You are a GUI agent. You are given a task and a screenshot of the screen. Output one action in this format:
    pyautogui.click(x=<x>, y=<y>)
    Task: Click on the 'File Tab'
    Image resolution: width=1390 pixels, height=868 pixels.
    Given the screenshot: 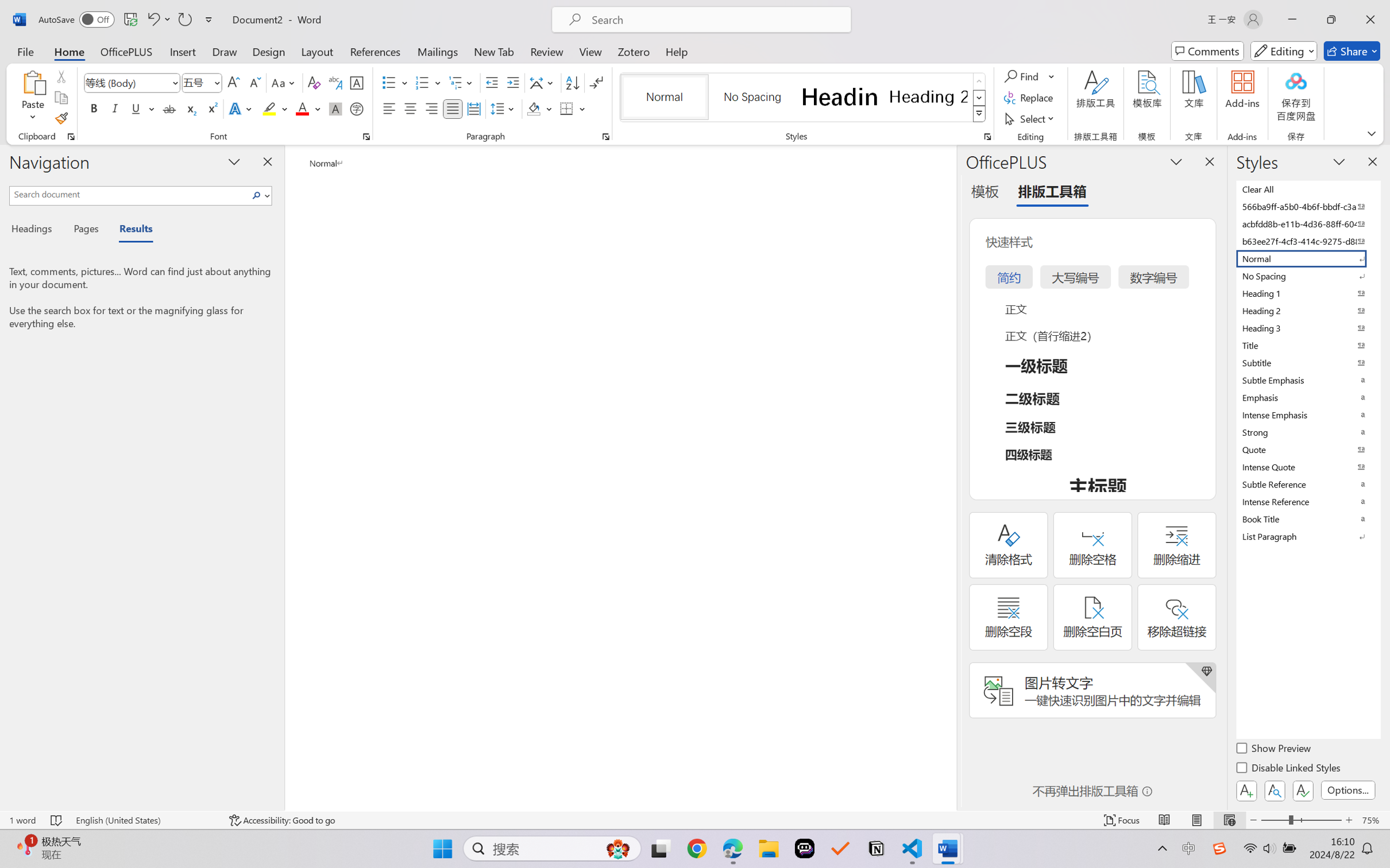 What is the action you would take?
    pyautogui.click(x=25, y=51)
    